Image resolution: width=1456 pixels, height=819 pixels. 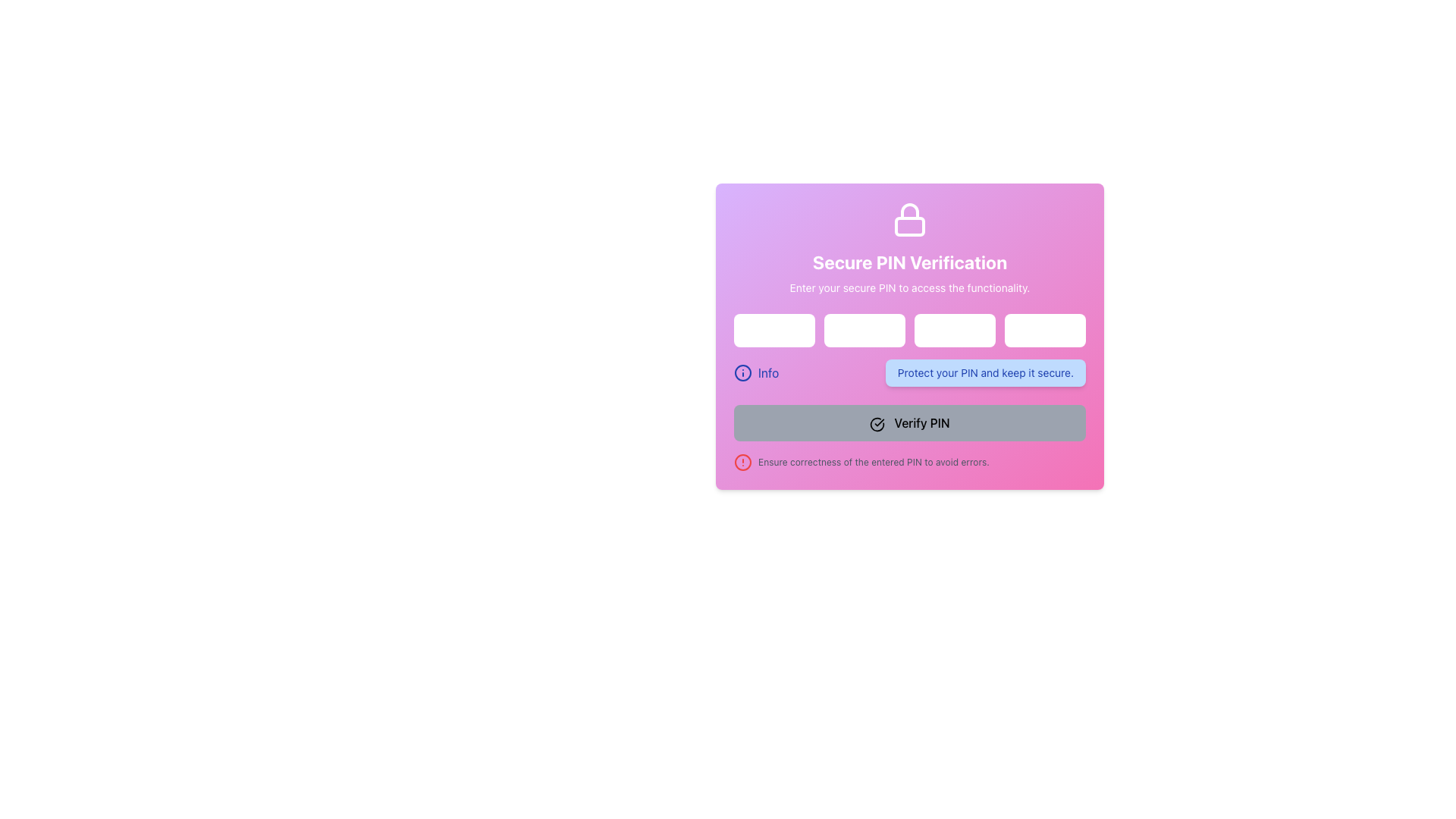 What do you see at coordinates (910, 262) in the screenshot?
I see `the heading 'Secure PIN Verification' which is styled in bold, large white font and prominently positioned at the top of the card-like component` at bounding box center [910, 262].